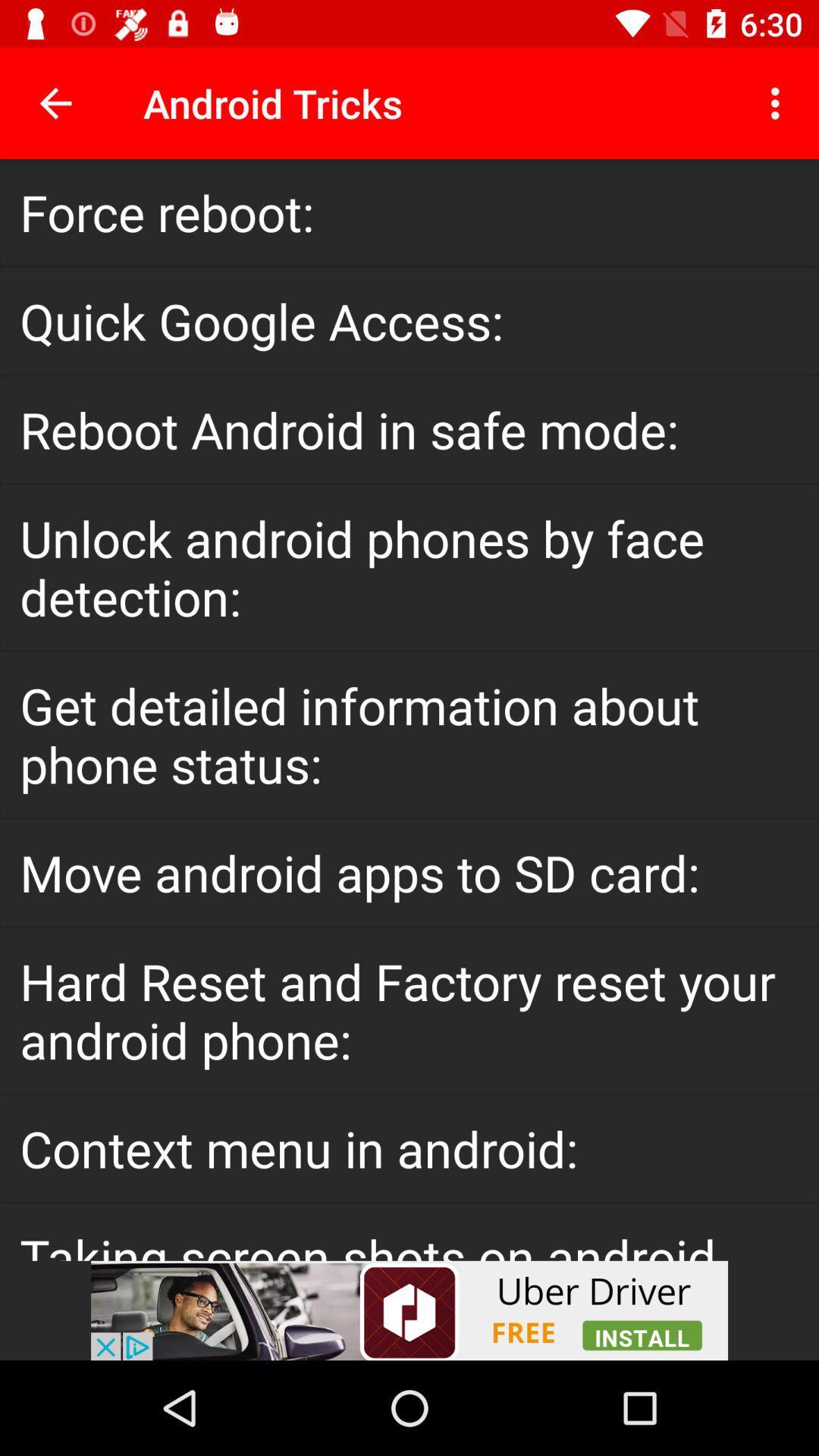  Describe the element at coordinates (409, 1310) in the screenshot. I see `click advertisement` at that location.